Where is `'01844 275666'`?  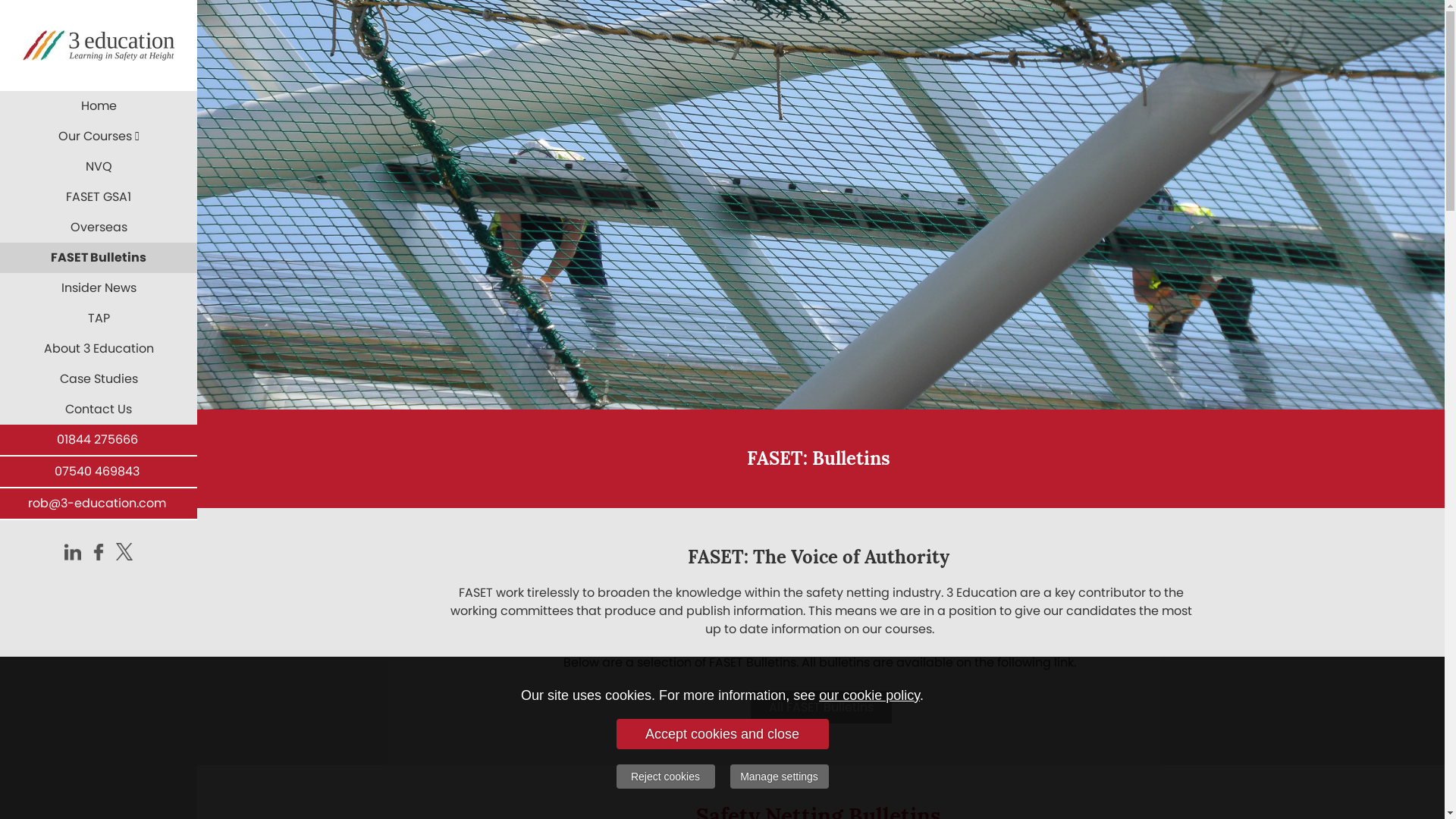
'01844 275666' is located at coordinates (96, 439).